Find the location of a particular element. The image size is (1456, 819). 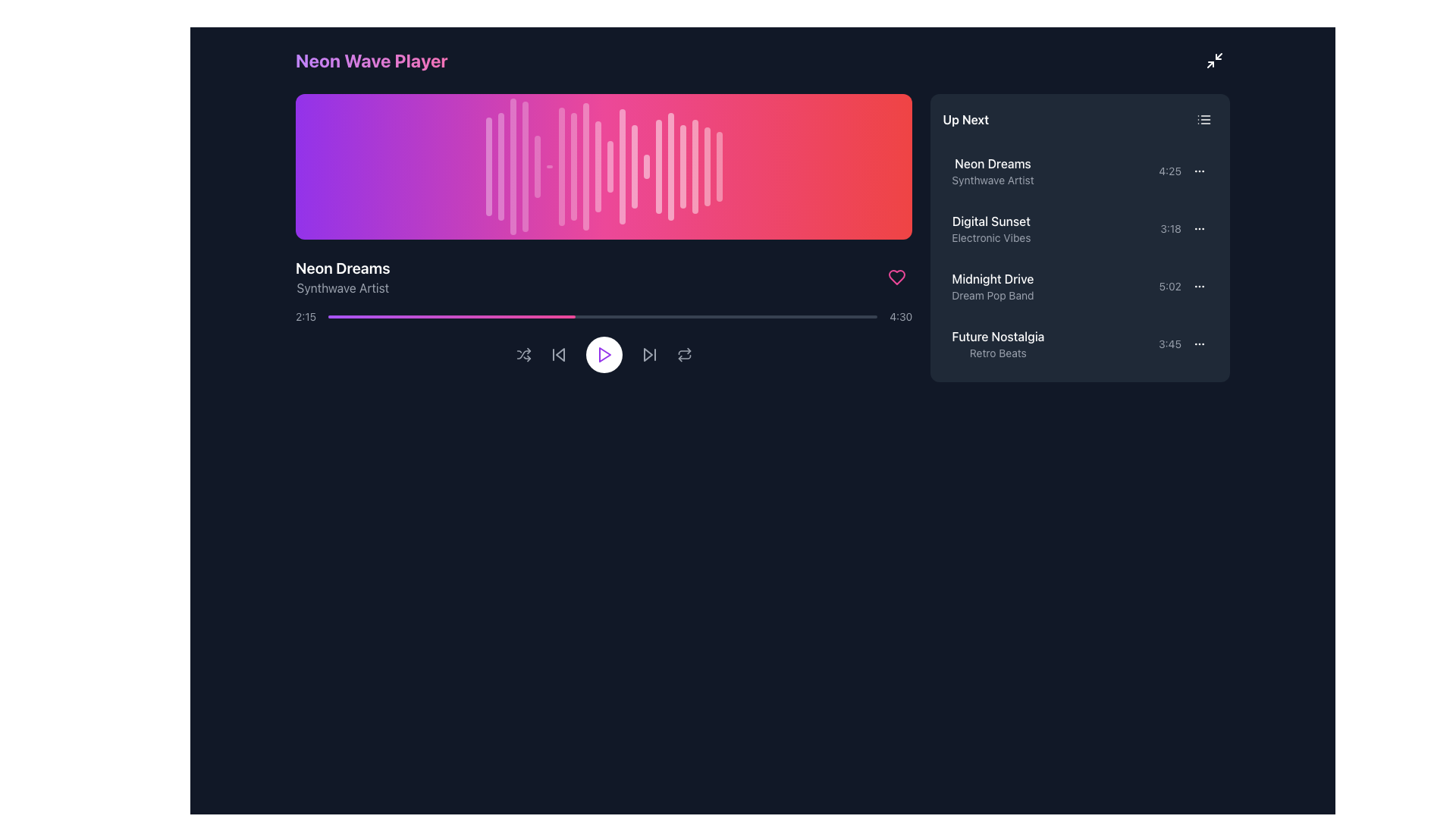

the Icon Button, which features an ellipsis icon and is located at the top-right corner of the 'Neon Dreams' list item in the 'Up Next' section is located at coordinates (1198, 171).